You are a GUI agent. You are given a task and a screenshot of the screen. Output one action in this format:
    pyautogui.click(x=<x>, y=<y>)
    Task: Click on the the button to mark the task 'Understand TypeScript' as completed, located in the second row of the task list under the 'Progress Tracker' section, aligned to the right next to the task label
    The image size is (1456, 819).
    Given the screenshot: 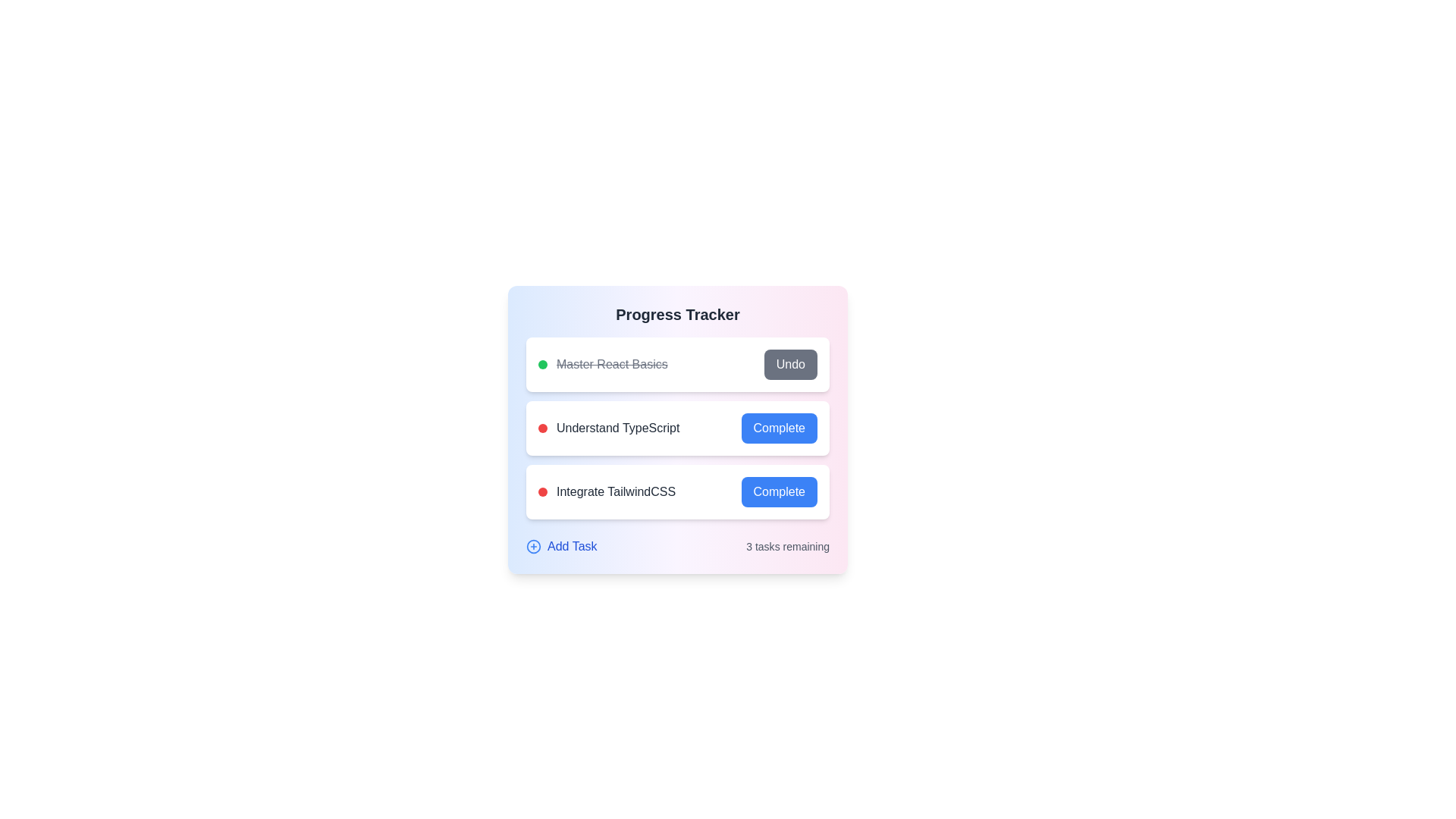 What is the action you would take?
    pyautogui.click(x=779, y=428)
    